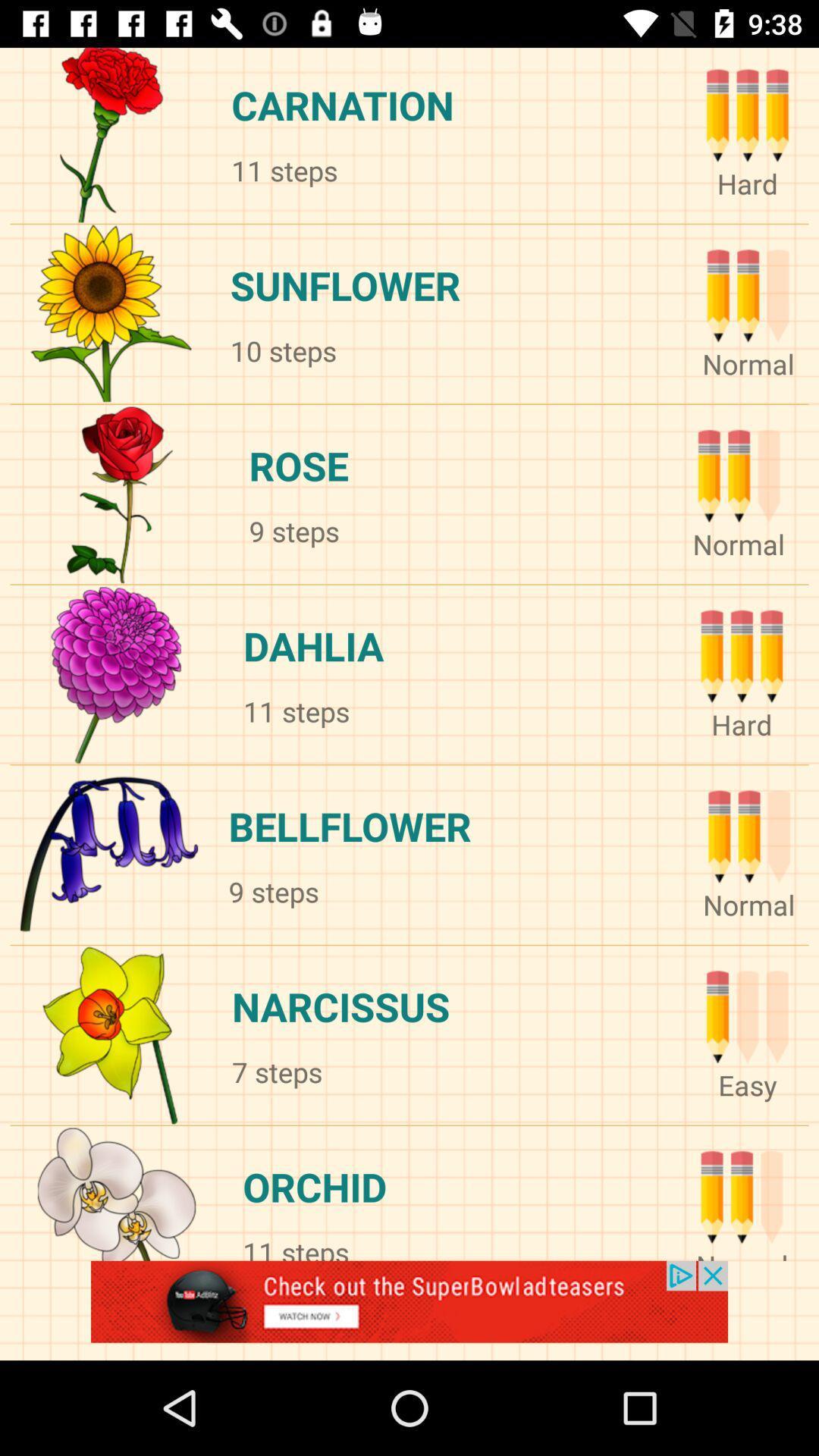 This screenshot has height=1456, width=819. Describe the element at coordinates (409, 1310) in the screenshot. I see `advertisement page` at that location.